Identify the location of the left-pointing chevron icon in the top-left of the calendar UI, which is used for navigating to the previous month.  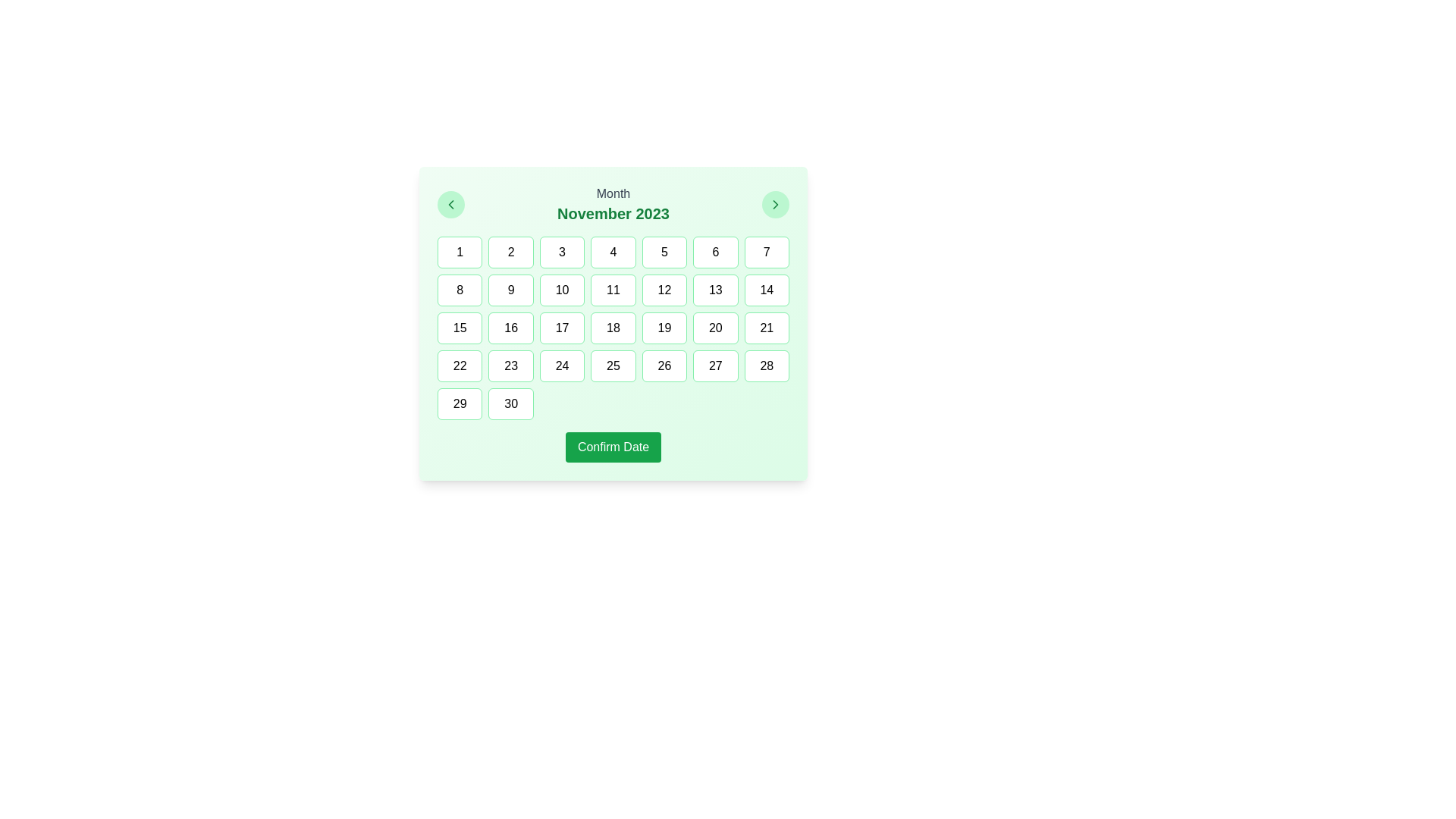
(450, 205).